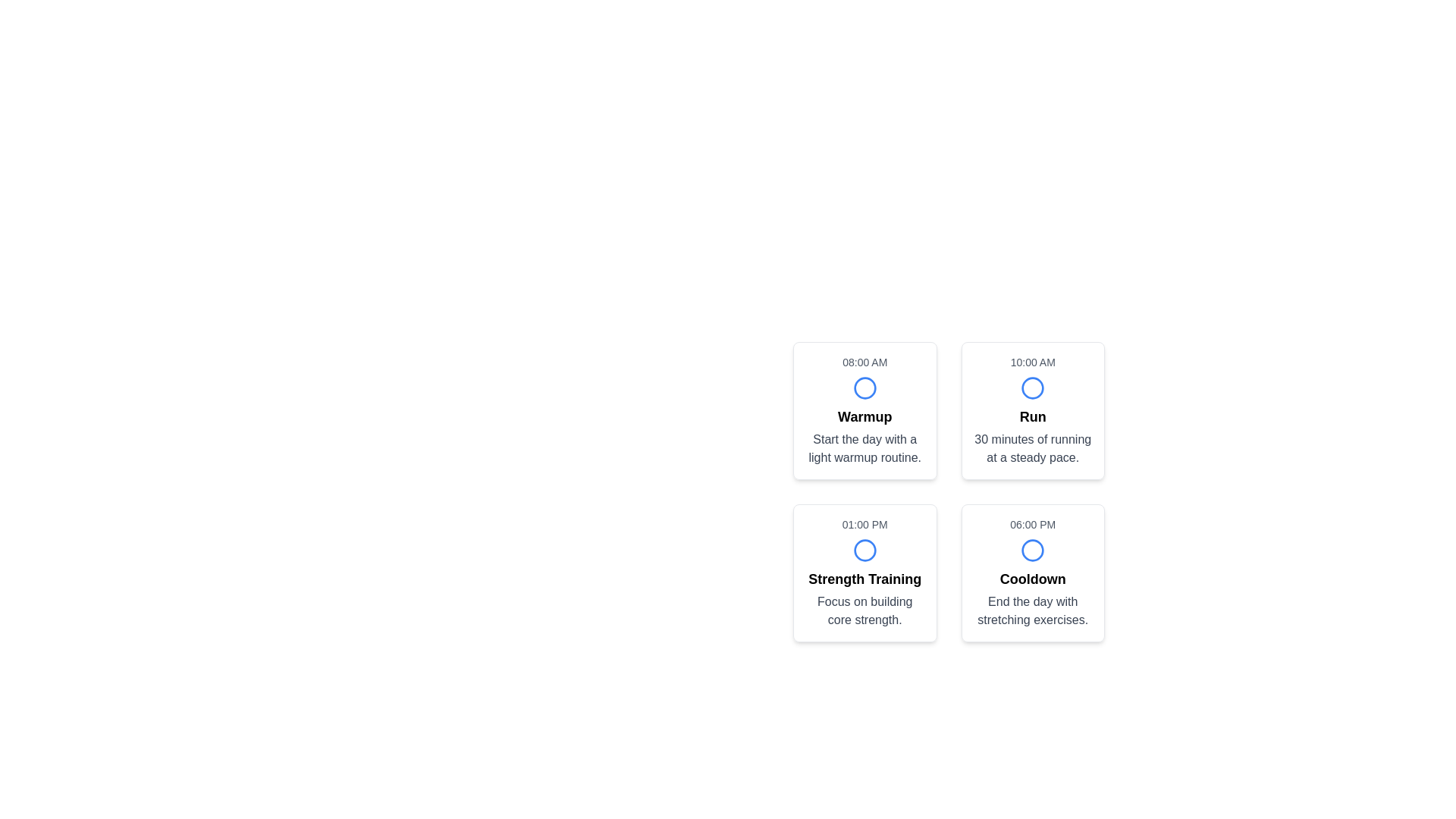 The image size is (1456, 819). I want to click on the circular shape with a blue border and a transparent center located in the 'Strength Training' card, which is the third card in the second row of the layout grid, so click(864, 550).